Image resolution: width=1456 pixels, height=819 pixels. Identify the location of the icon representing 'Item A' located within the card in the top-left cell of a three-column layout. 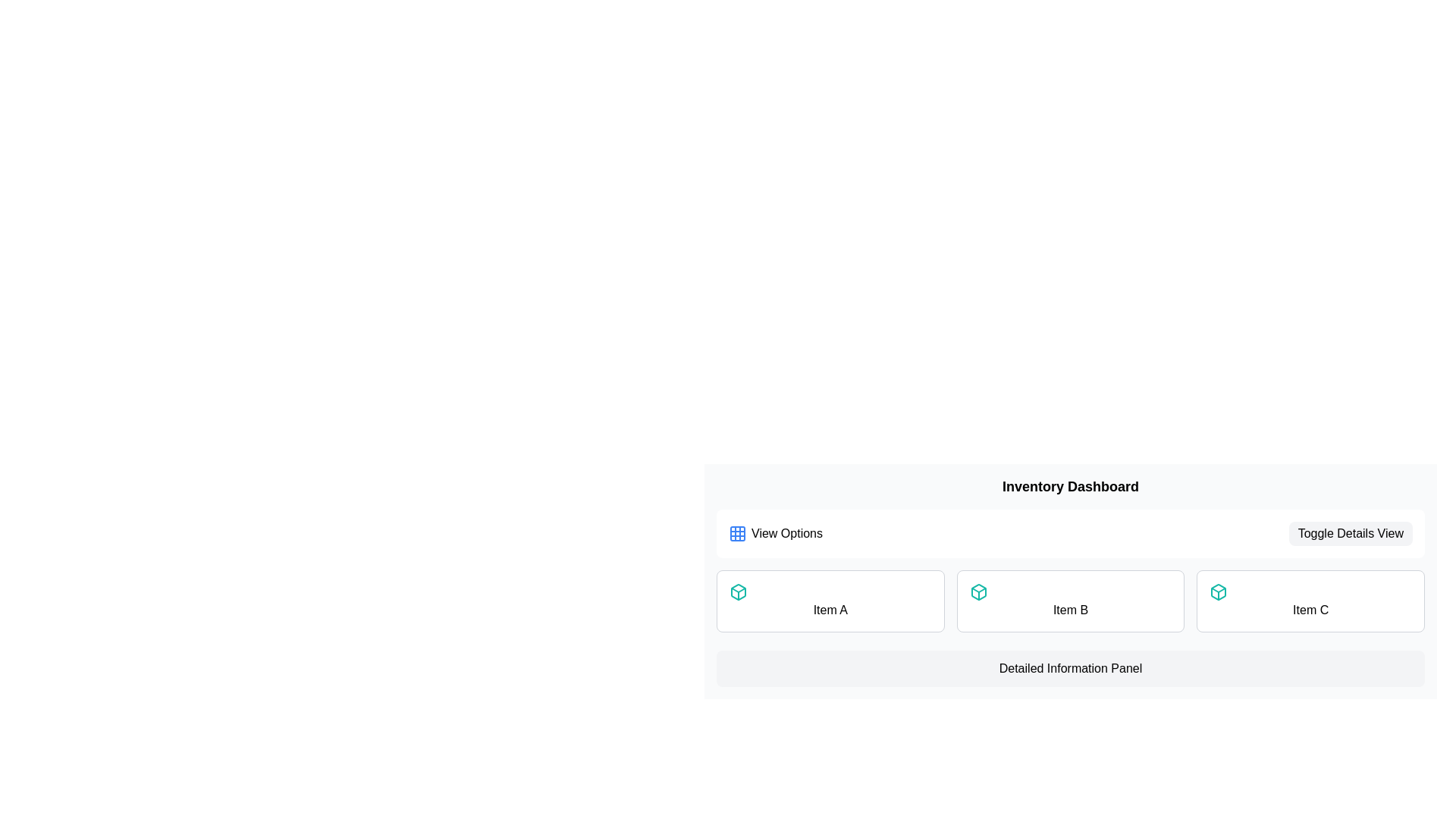
(739, 591).